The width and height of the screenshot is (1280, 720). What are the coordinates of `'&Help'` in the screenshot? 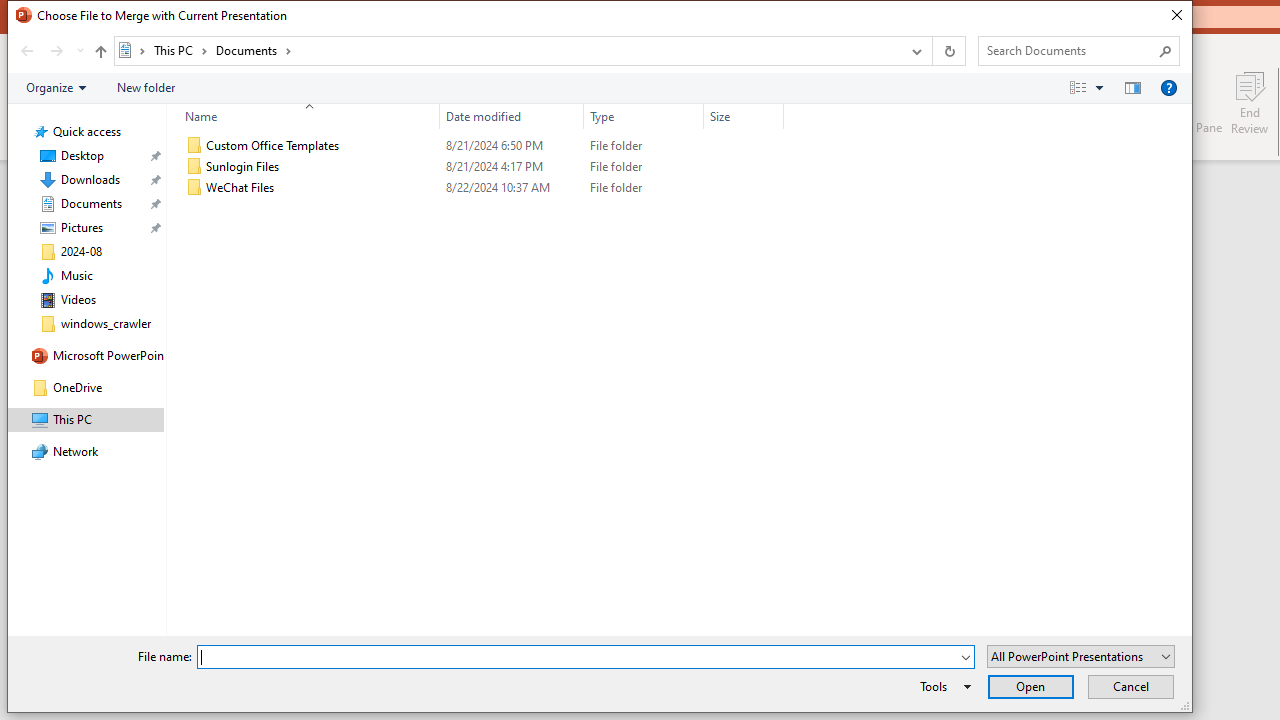 It's located at (1168, 86).